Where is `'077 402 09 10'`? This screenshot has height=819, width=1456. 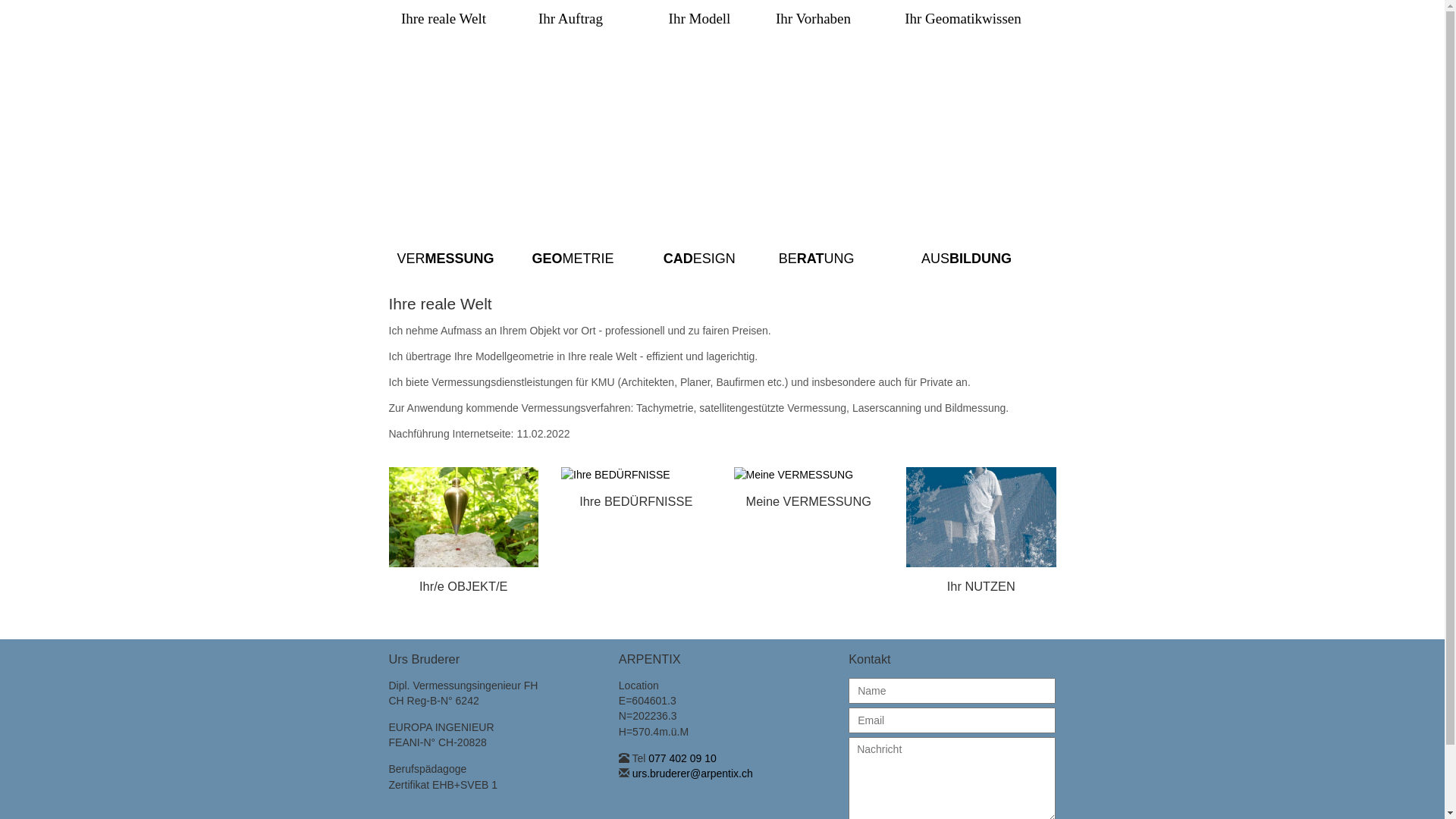 '077 402 09 10' is located at coordinates (682, 758).